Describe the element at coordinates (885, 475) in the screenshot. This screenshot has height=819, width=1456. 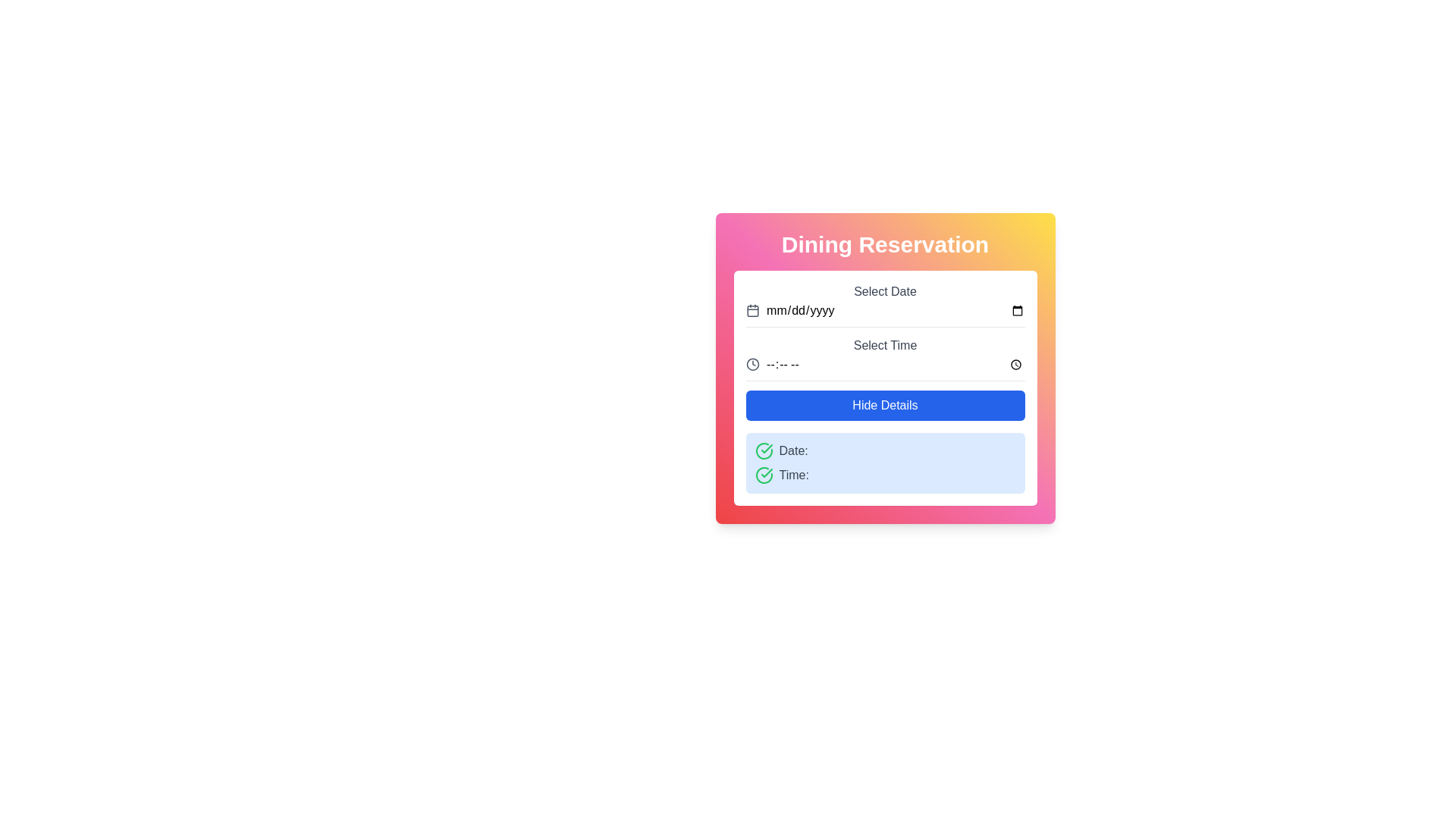
I see `the 'Time' label in the second row of the informational card that confirms the dining reservation details, located directly below the 'Date:' label` at that location.